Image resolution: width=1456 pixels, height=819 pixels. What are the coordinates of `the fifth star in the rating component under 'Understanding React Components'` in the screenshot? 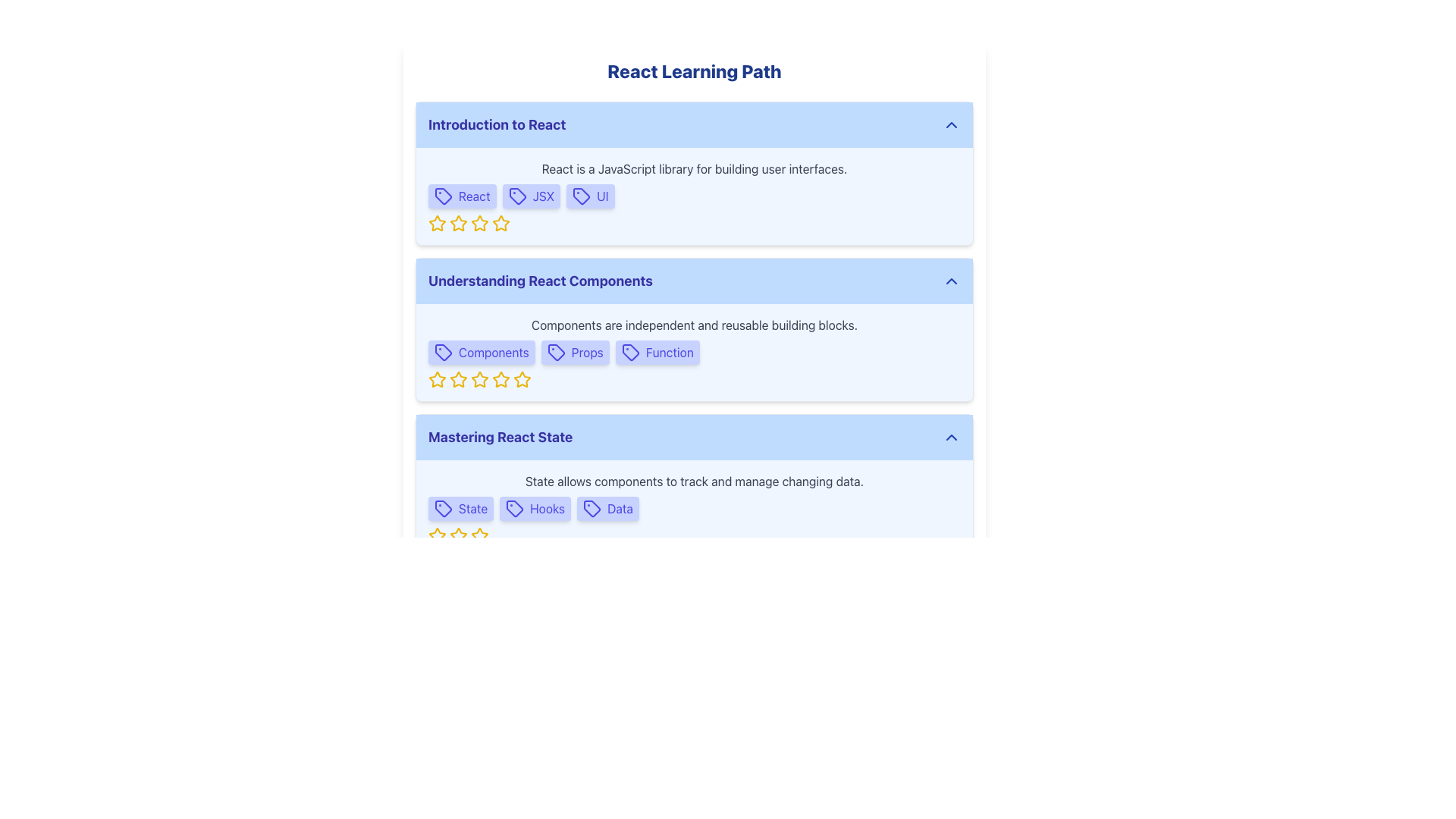 It's located at (522, 378).